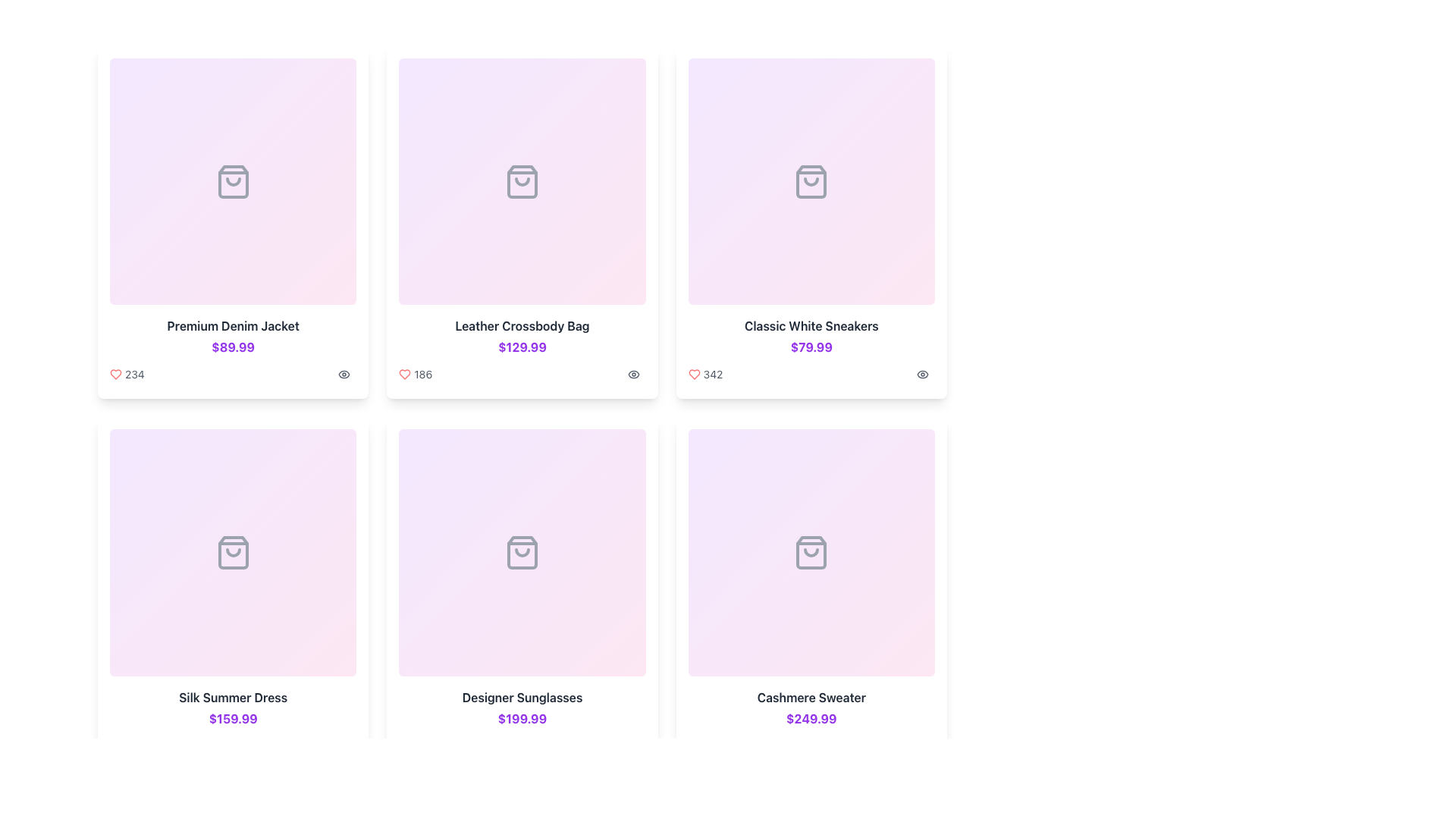  Describe the element at coordinates (712, 375) in the screenshot. I see `the text displaying the number '342' located next to the red heart icon in the second column of the top row of items` at that location.